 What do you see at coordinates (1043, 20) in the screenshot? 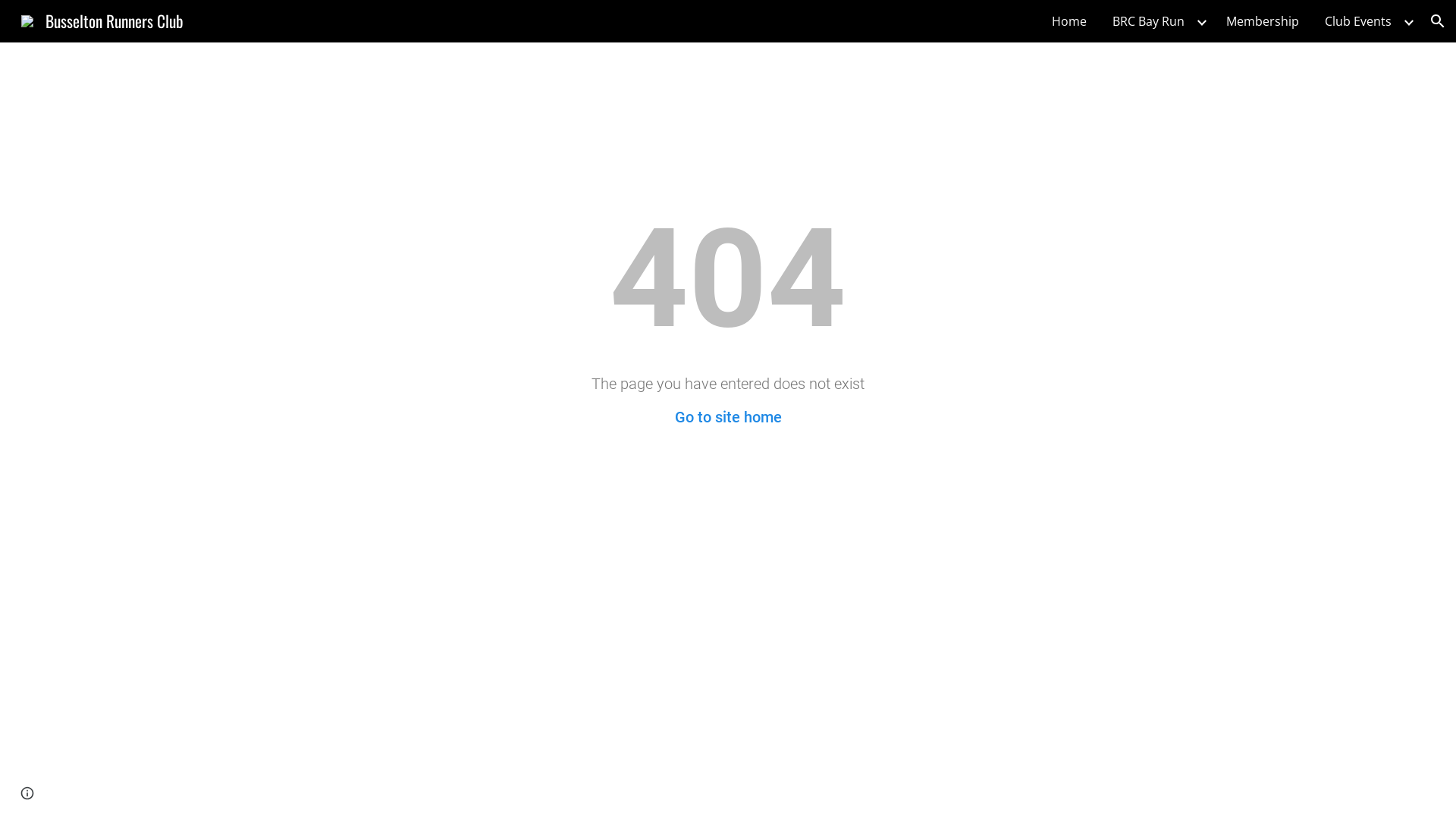
I see `'Home'` at bounding box center [1043, 20].